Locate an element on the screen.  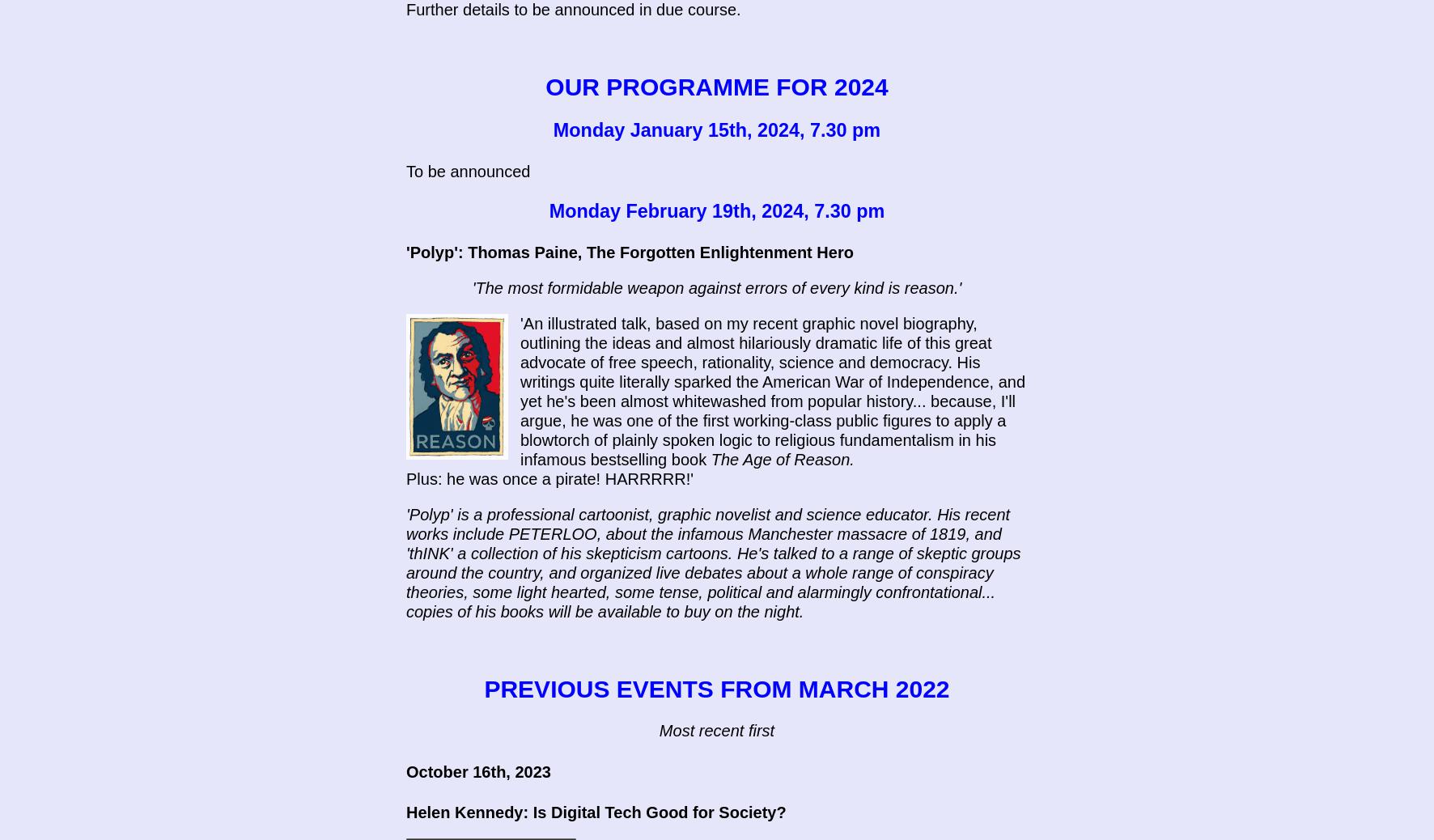
''An illustrated talk, based on my recent graphic novel biography, outlining the ideas and almost hilariously dramatic life 
of this great advocate of free speech, rationality, science and democracy. His writings quite literally sparked the American 
War of Independence, and yet he's been almost whitewashed from popular history... because, I'll argue, he was one of the first 
working-class public figures to apply a blowtorch of plainly spoken logic to religious fundamentalism in his infamous 
bestselling book' is located at coordinates (771, 392).